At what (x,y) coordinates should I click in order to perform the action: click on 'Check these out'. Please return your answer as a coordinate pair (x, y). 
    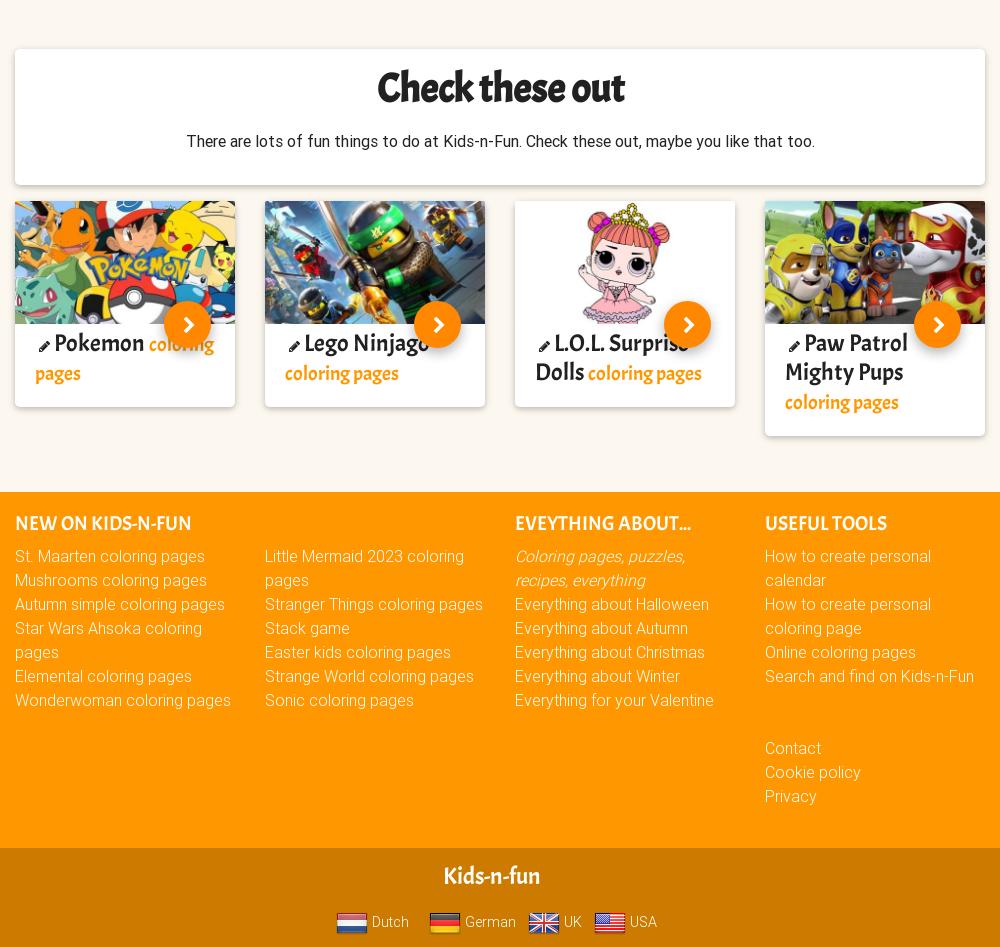
    Looking at the image, I should click on (376, 87).